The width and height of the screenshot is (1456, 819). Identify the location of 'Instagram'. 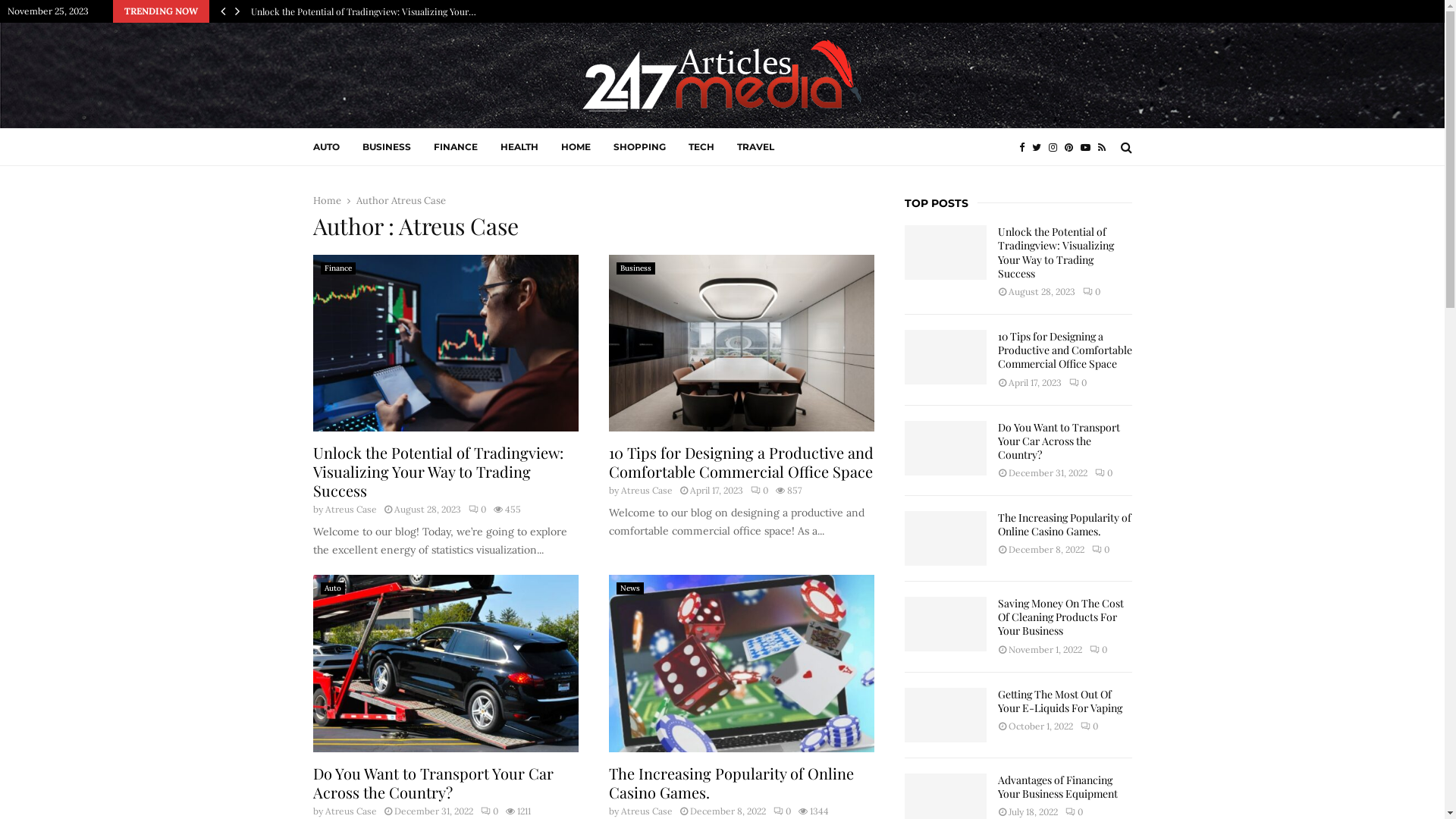
(1055, 147).